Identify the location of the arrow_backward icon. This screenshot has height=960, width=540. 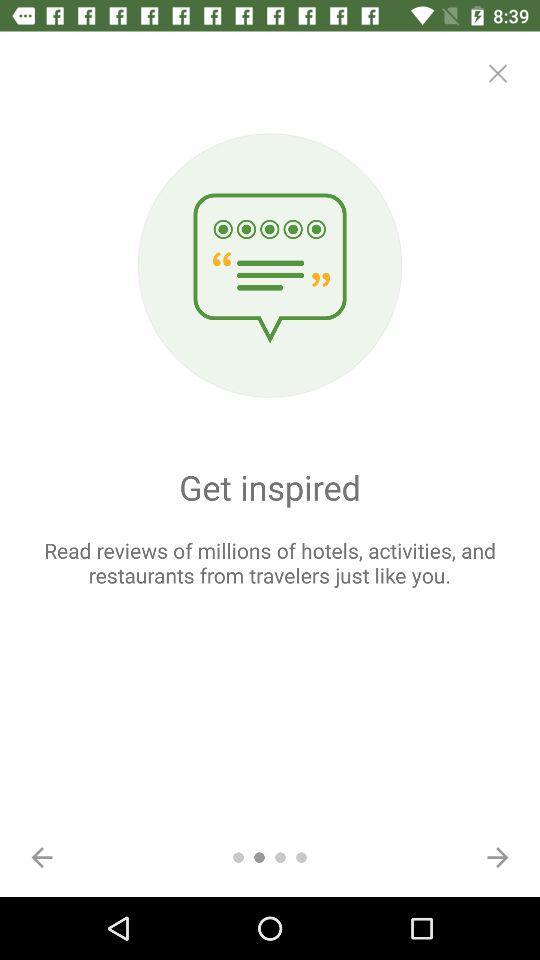
(42, 856).